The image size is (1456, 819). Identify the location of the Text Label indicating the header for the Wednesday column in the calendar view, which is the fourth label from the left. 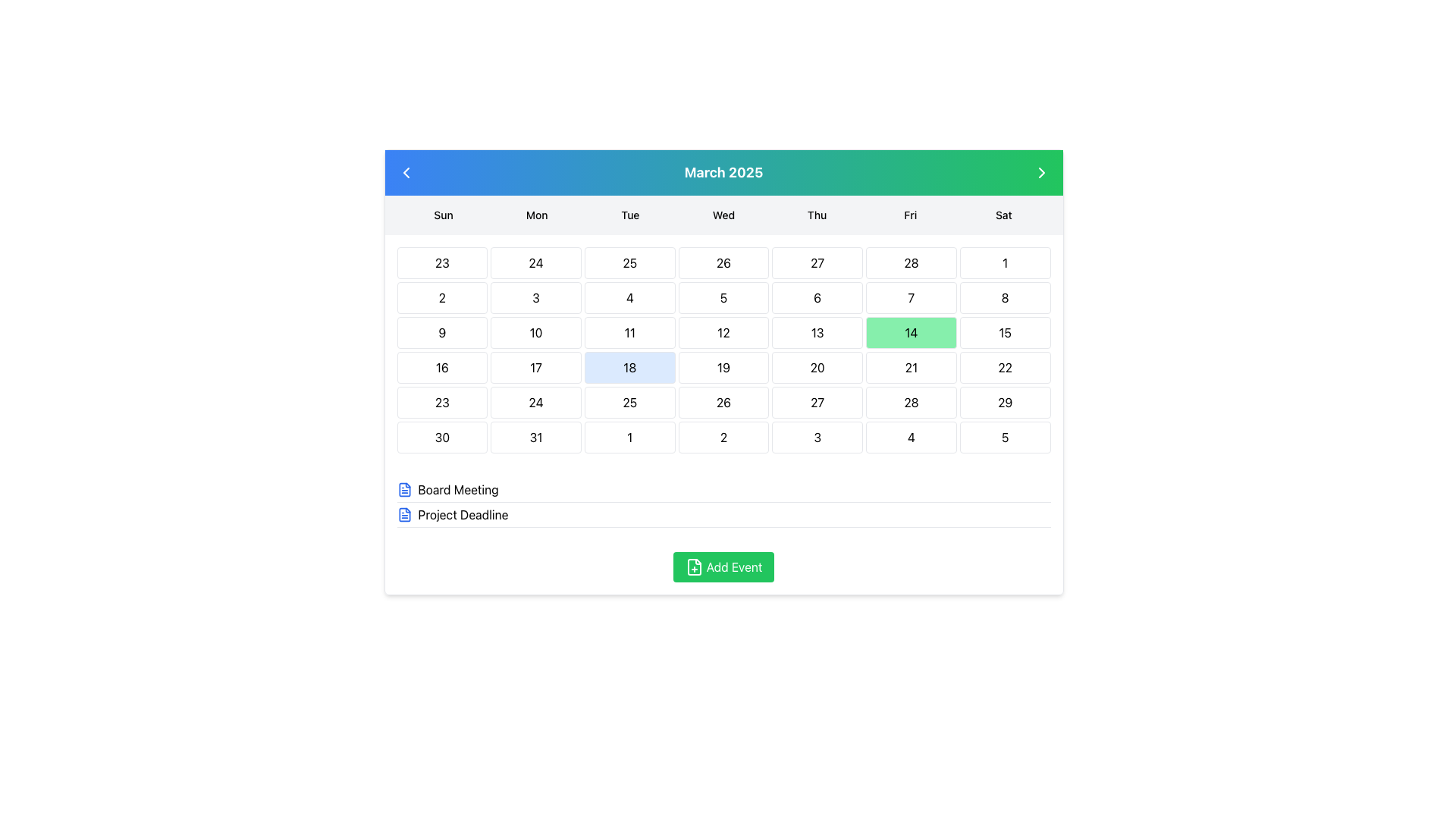
(723, 215).